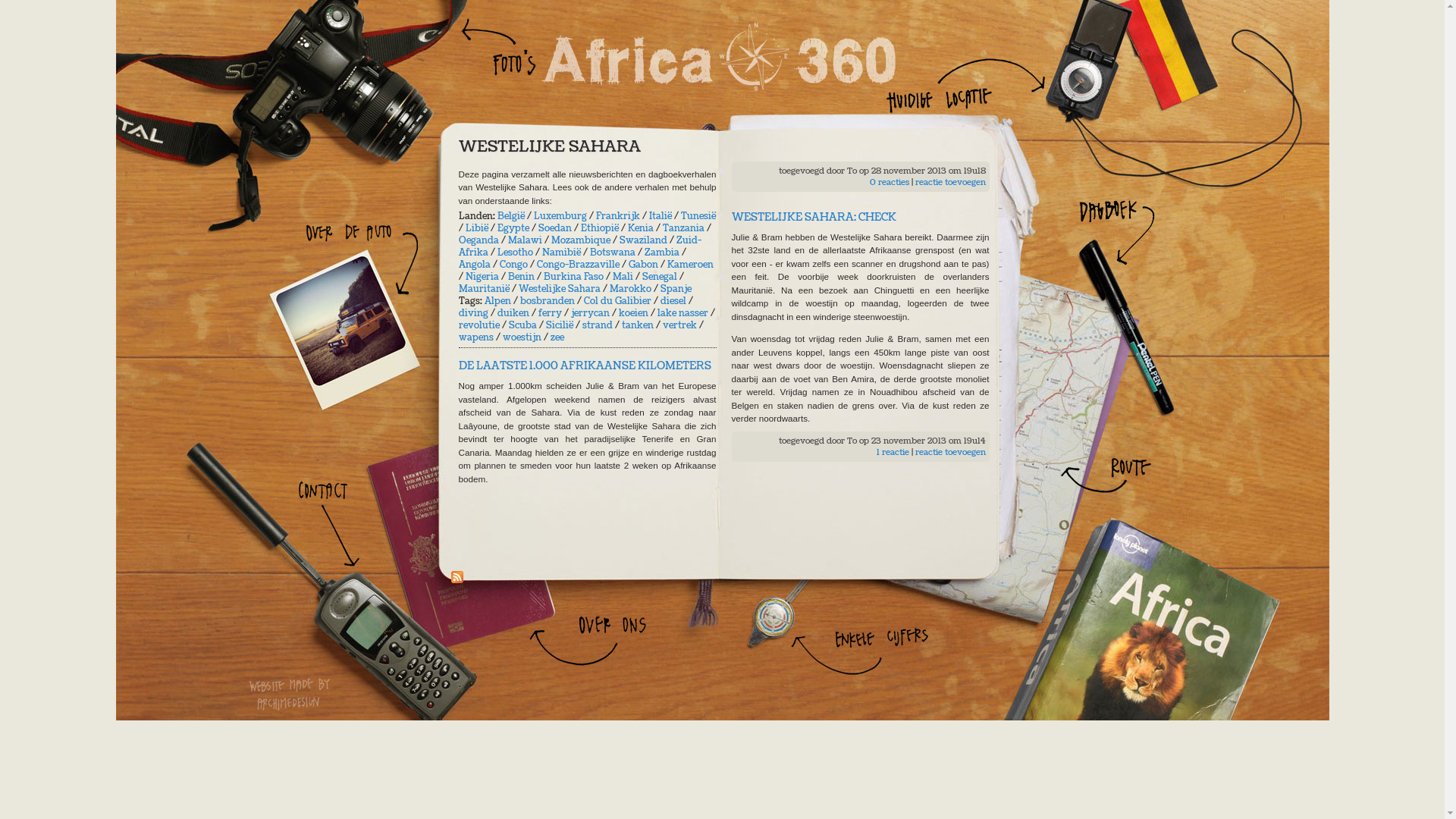  What do you see at coordinates (679, 324) in the screenshot?
I see `'vertrek'` at bounding box center [679, 324].